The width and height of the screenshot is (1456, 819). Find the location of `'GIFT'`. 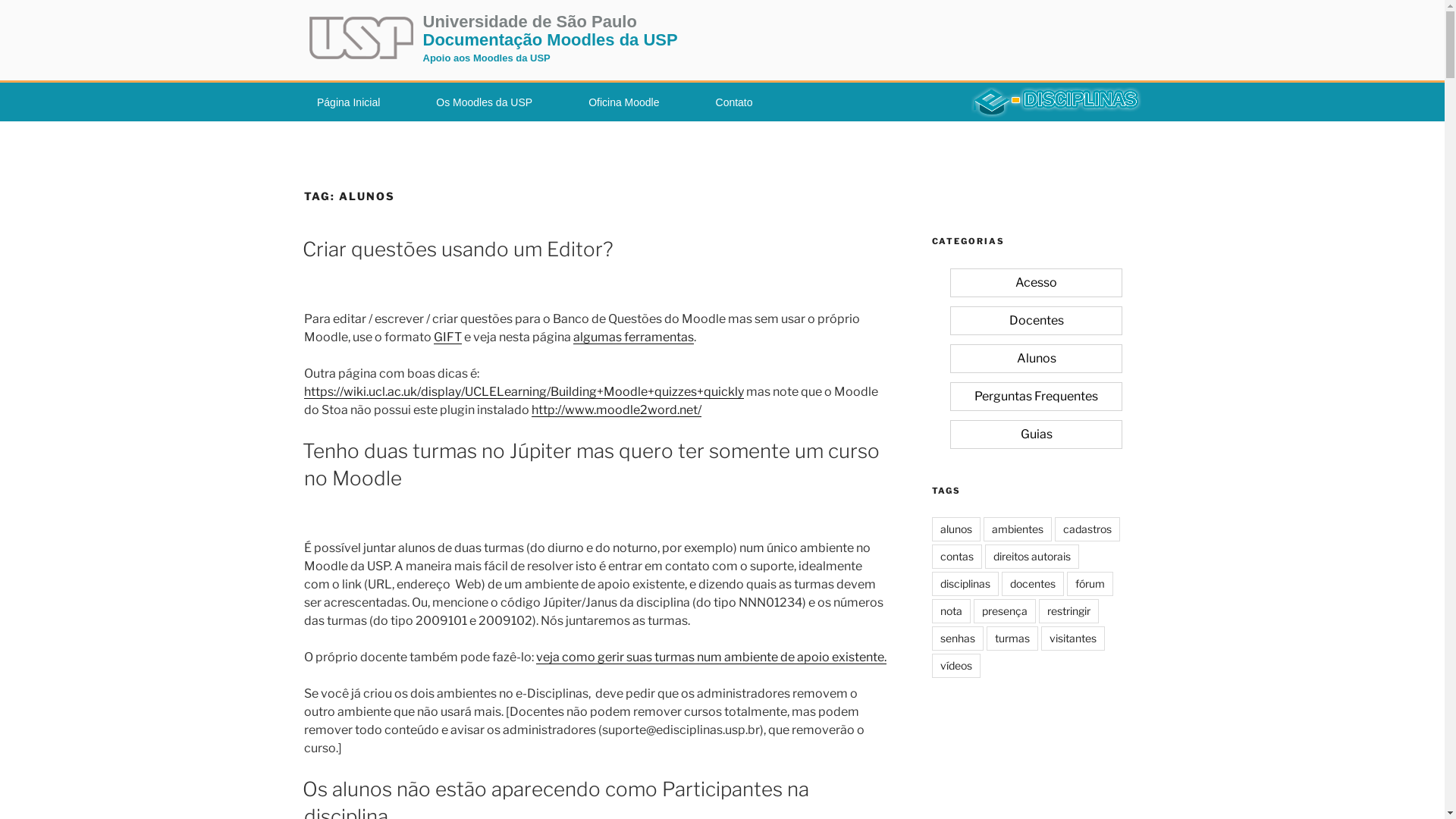

'GIFT' is located at coordinates (447, 336).